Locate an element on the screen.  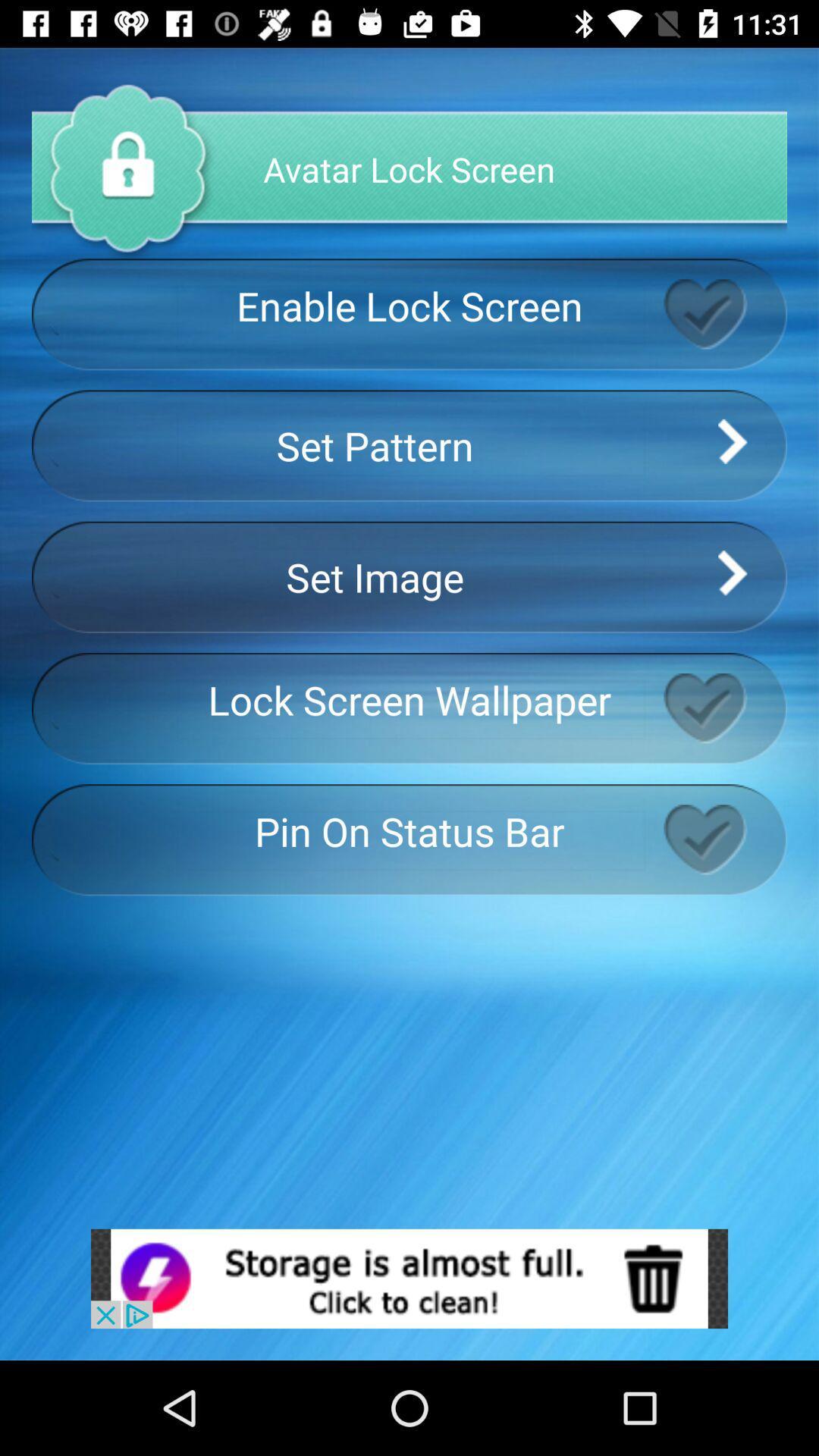
clean the storage is located at coordinates (409, 1278).